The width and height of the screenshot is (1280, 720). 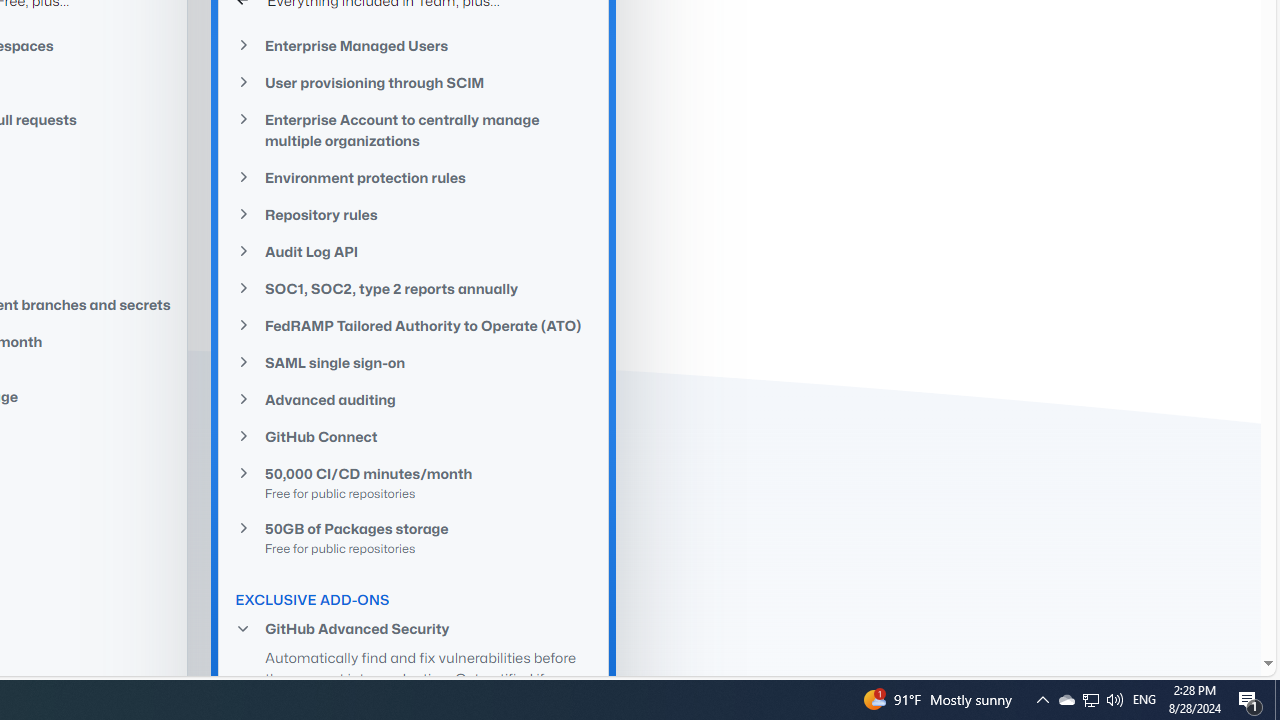 I want to click on '50GB of Packages storage Free for public repositories', so click(x=413, y=536).